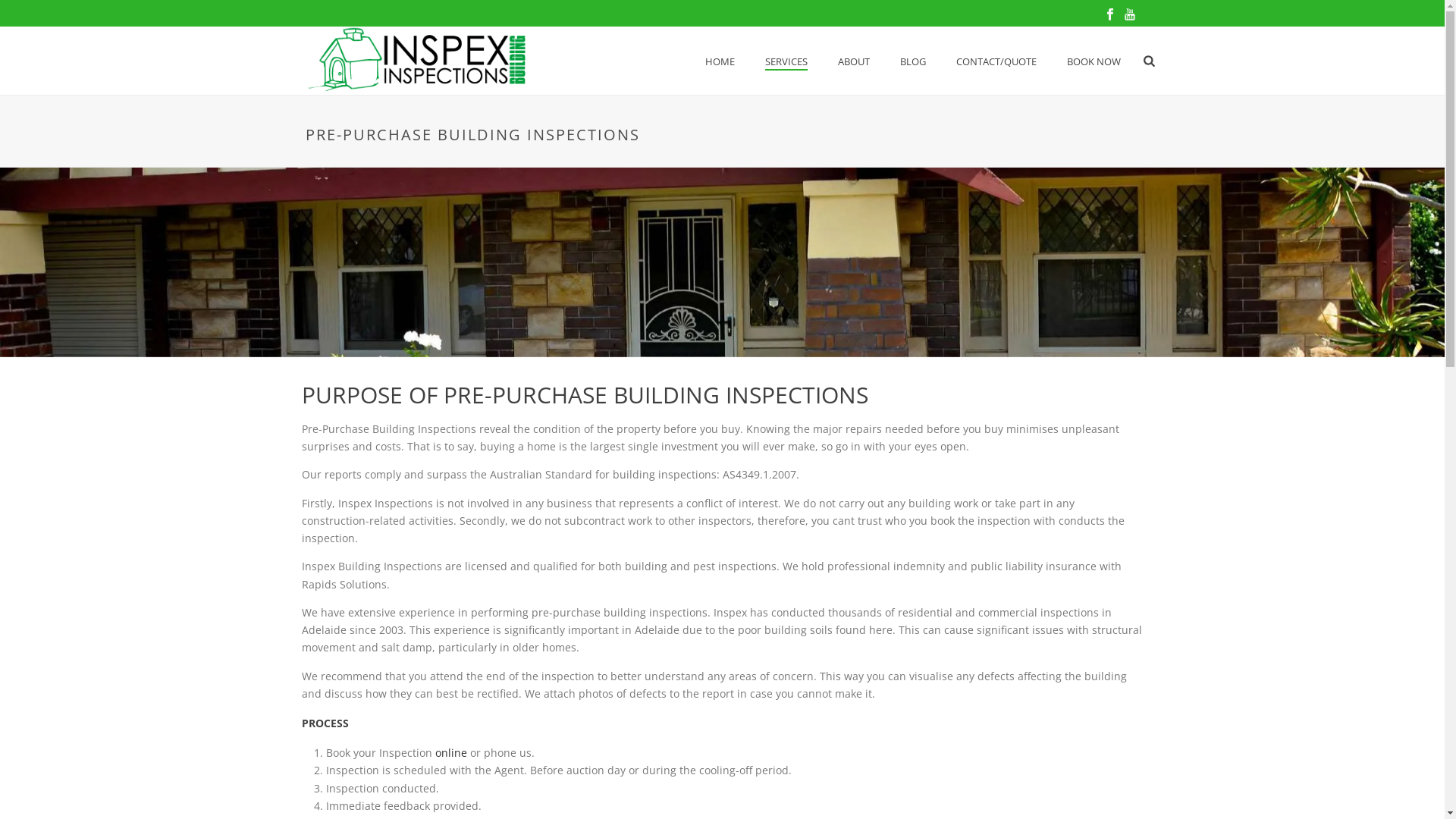 This screenshot has width=1456, height=819. I want to click on 'BLOG', so click(912, 61).